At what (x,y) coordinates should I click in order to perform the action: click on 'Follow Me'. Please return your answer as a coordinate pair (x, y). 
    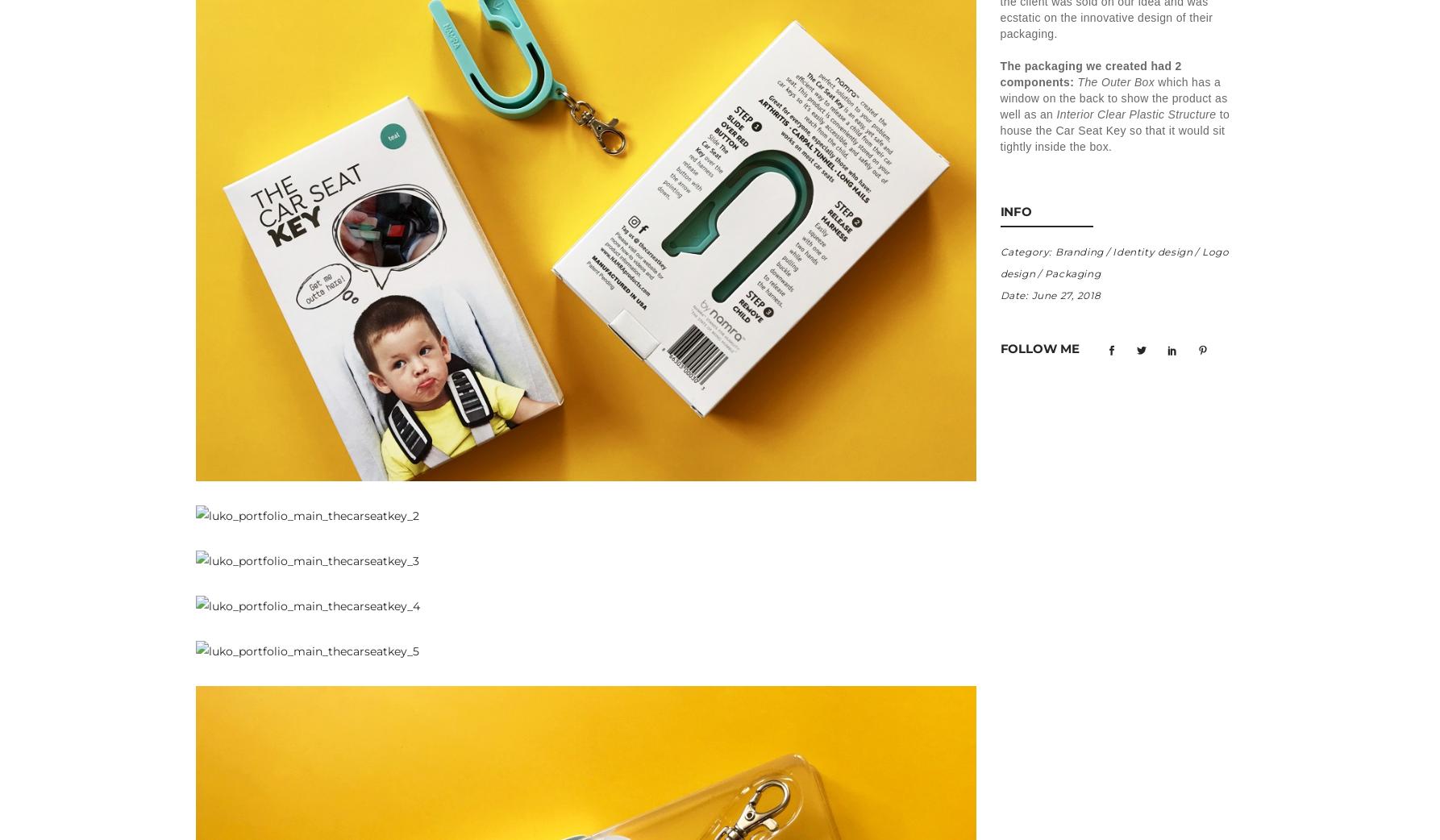
    Looking at the image, I should click on (1038, 347).